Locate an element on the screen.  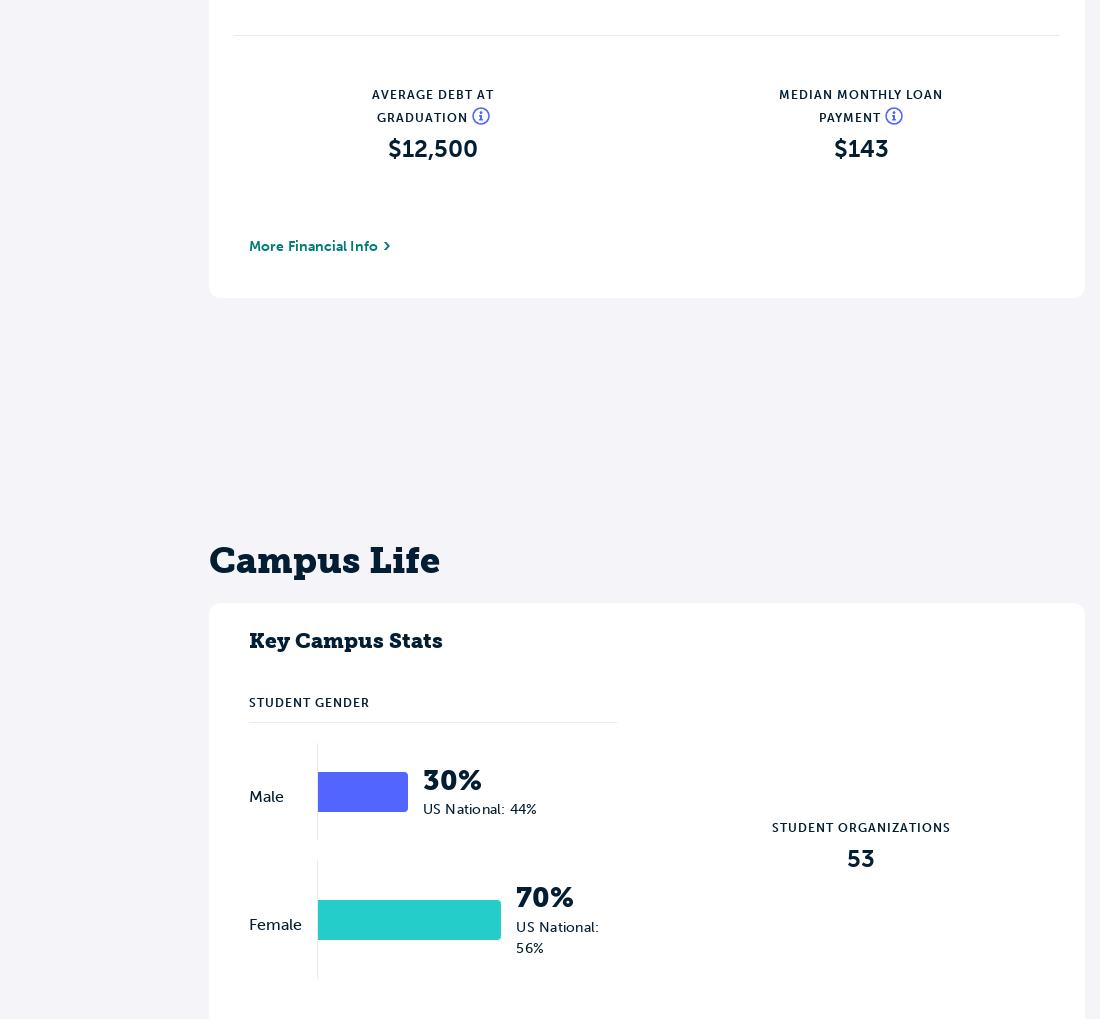
'$12,500' is located at coordinates (431, 147).